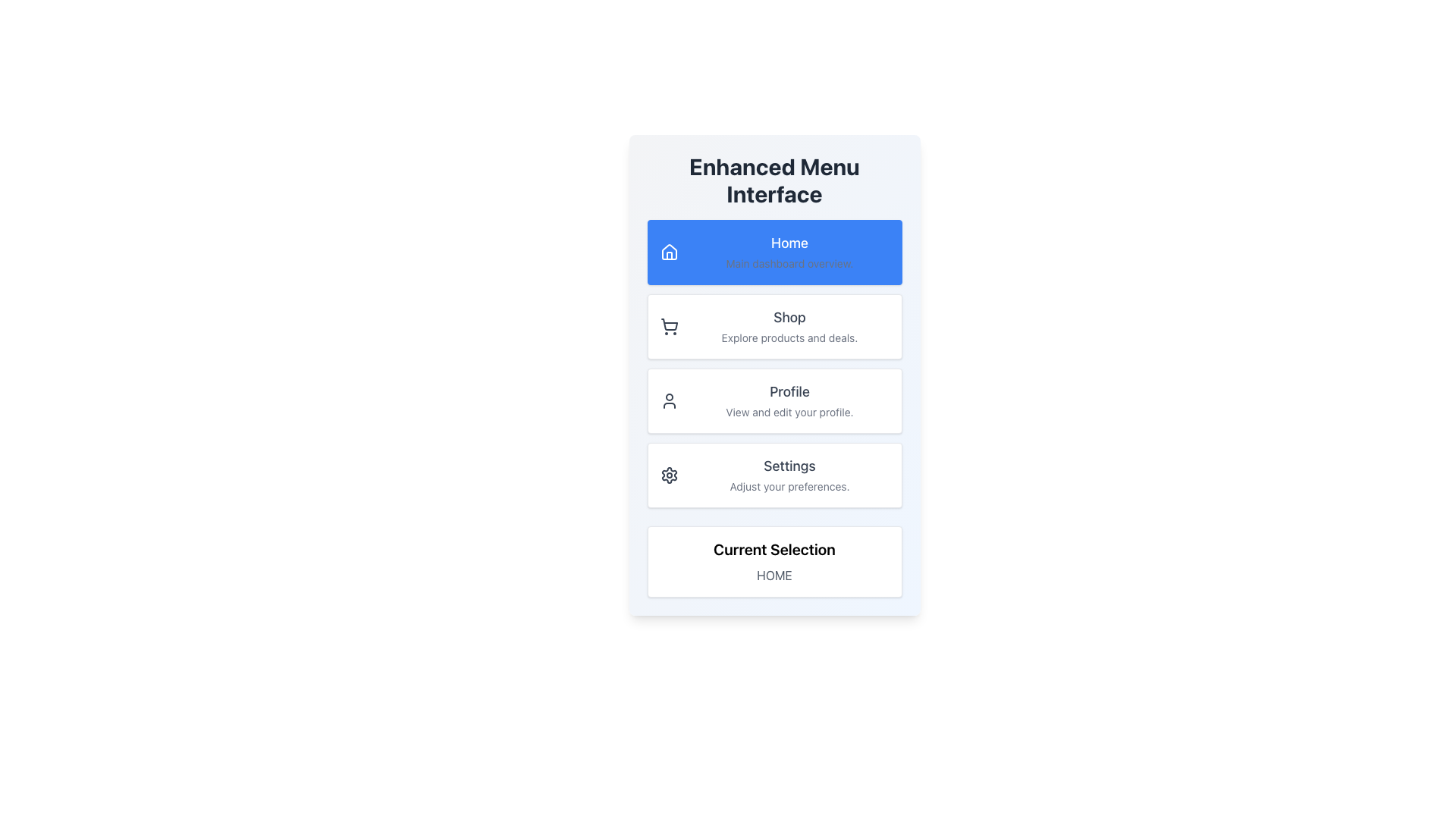 The height and width of the screenshot is (819, 1456). What do you see at coordinates (789, 412) in the screenshot?
I see `the text element displaying 'View and edit your profile.' which is located directly below the 'Profile' title in the menu interface` at bounding box center [789, 412].